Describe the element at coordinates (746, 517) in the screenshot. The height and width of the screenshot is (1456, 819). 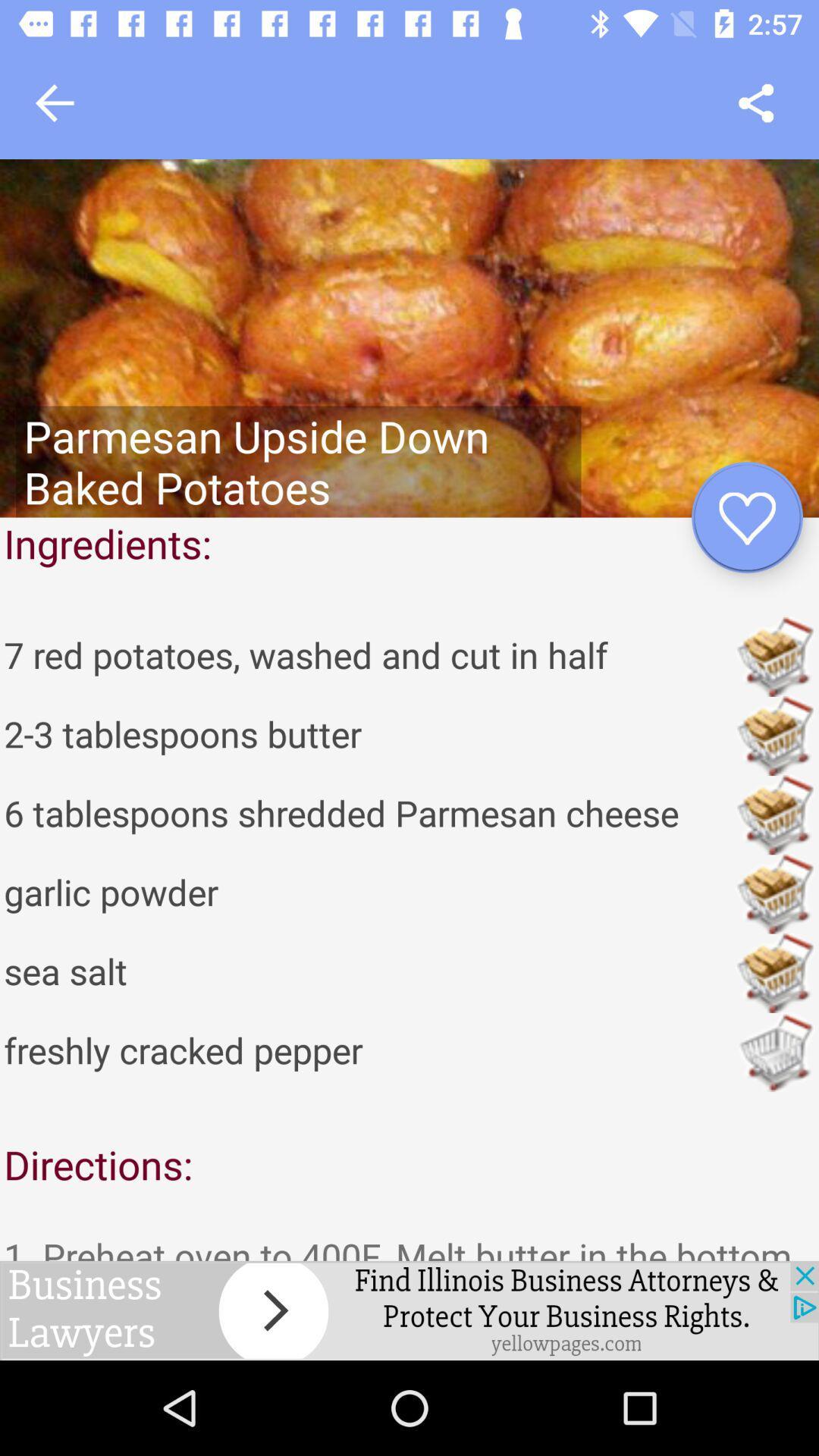
I see `love symbol` at that location.